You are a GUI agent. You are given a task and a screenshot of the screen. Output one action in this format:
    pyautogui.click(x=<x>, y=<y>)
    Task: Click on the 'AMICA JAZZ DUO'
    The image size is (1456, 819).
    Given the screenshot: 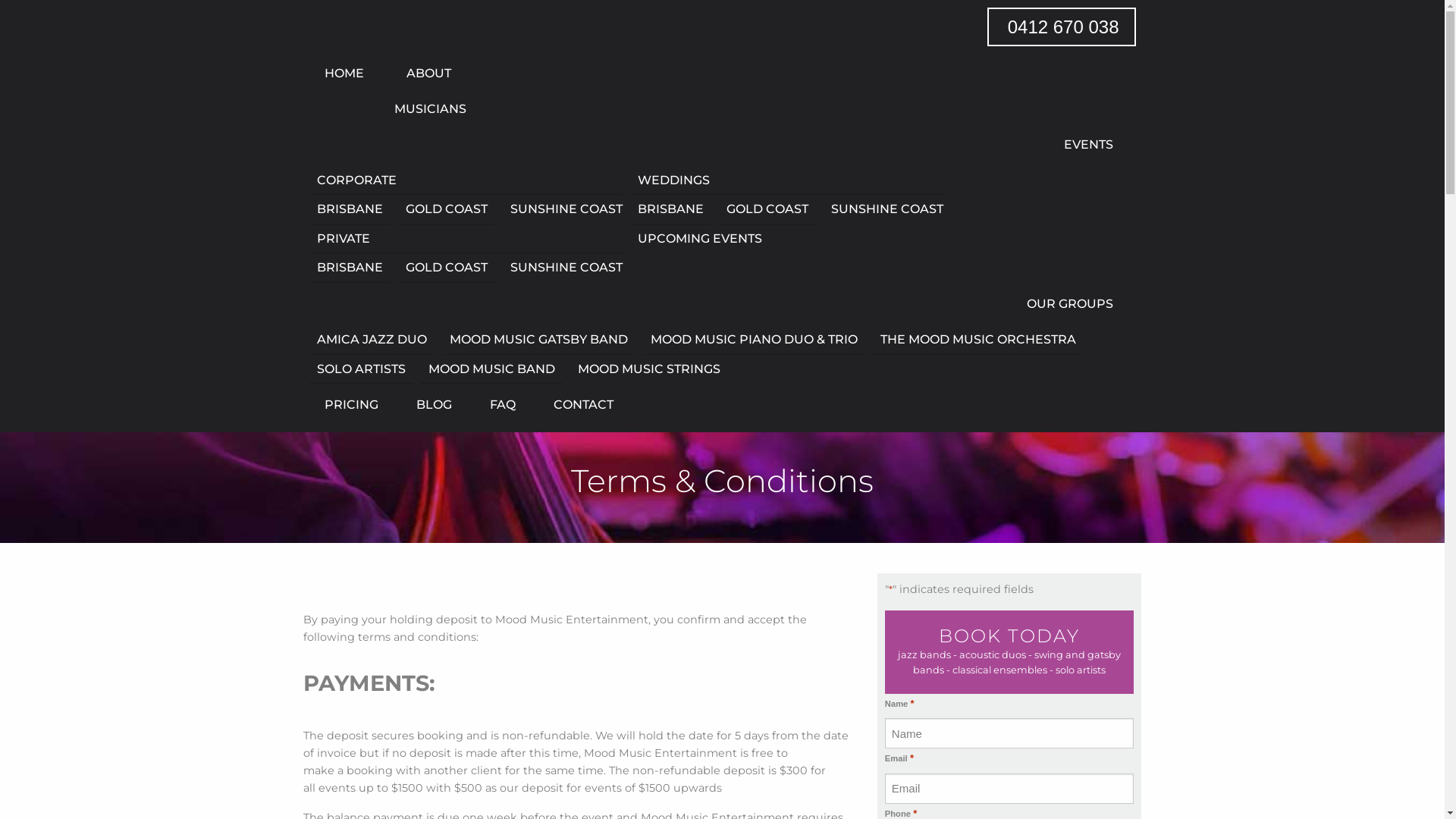 What is the action you would take?
    pyautogui.click(x=372, y=339)
    